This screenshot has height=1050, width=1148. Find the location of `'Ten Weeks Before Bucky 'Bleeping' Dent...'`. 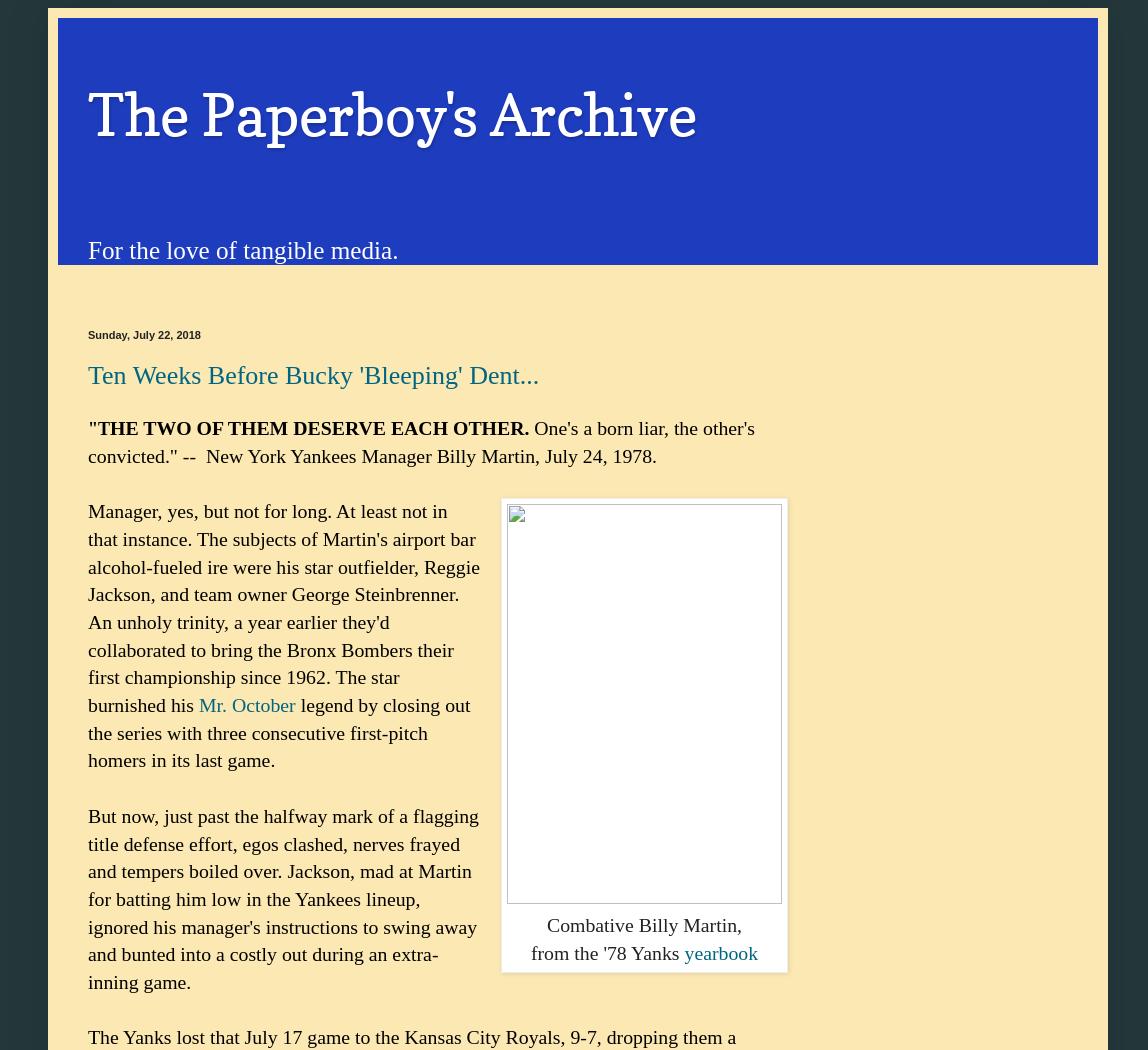

'Ten Weeks Before Bucky 'Bleeping' Dent...' is located at coordinates (313, 373).